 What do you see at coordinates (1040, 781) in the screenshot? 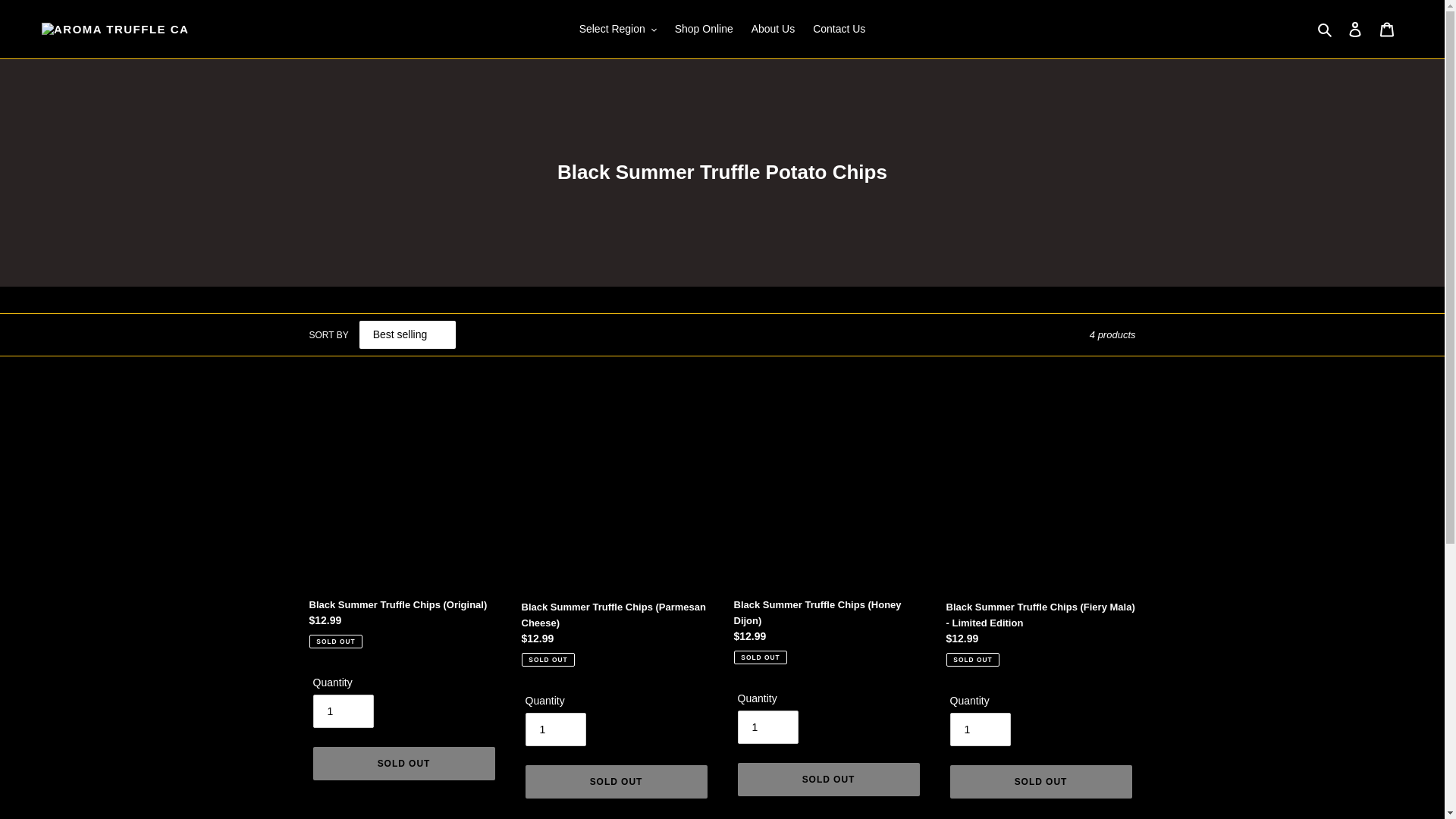
I see `'SOLD OUT'` at bounding box center [1040, 781].